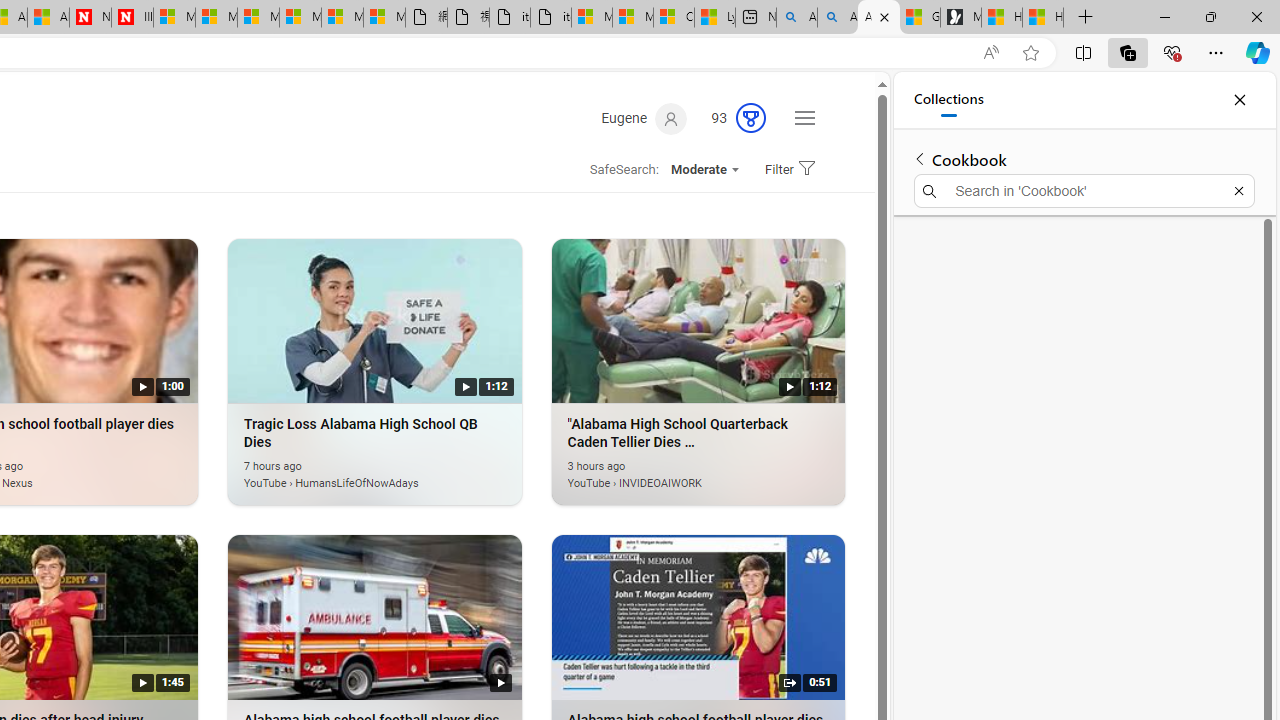 The width and height of the screenshot is (1280, 720). Describe the element at coordinates (786, 168) in the screenshot. I see `'Filter'` at that location.